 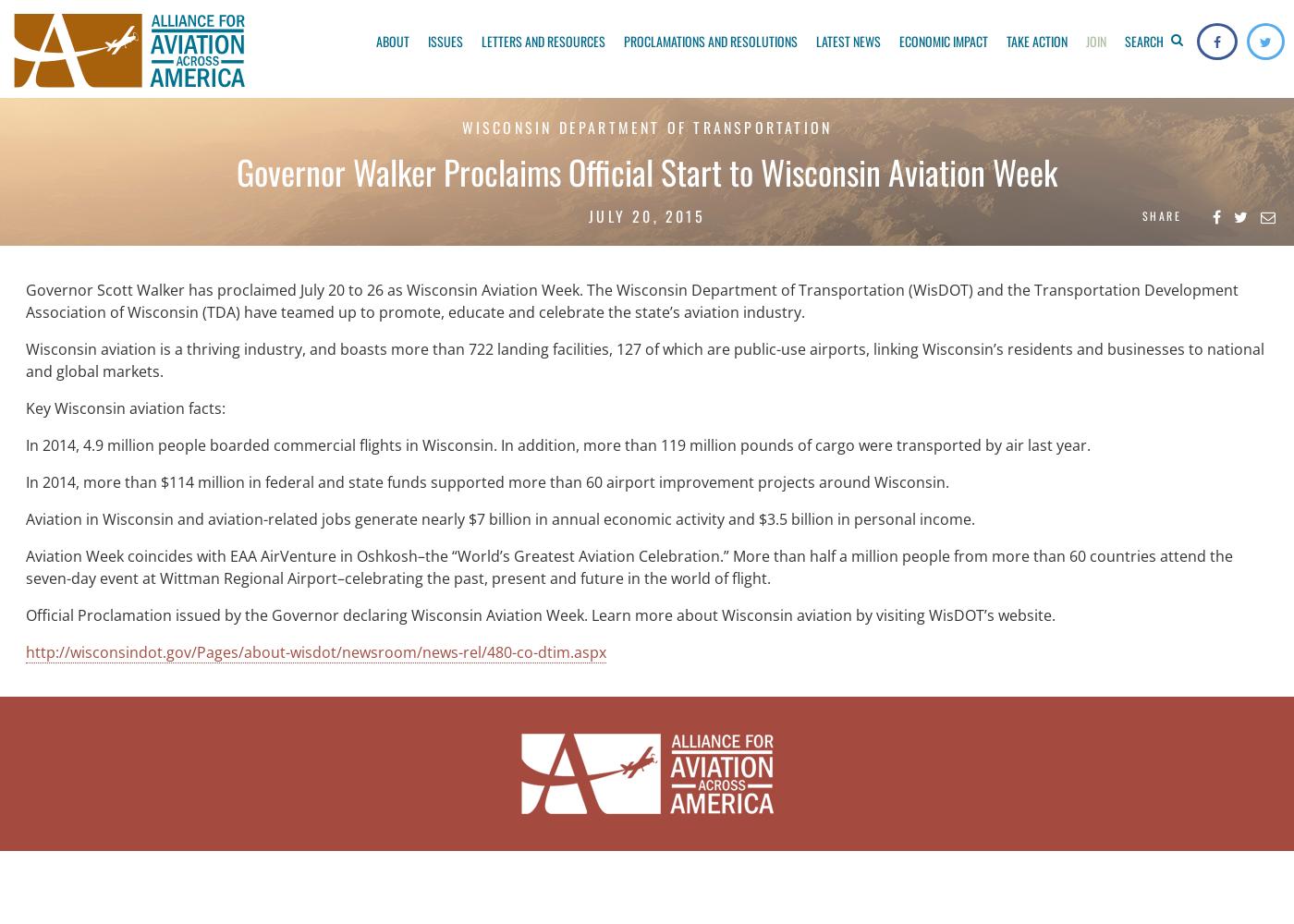 What do you see at coordinates (392, 41) in the screenshot?
I see `'About'` at bounding box center [392, 41].